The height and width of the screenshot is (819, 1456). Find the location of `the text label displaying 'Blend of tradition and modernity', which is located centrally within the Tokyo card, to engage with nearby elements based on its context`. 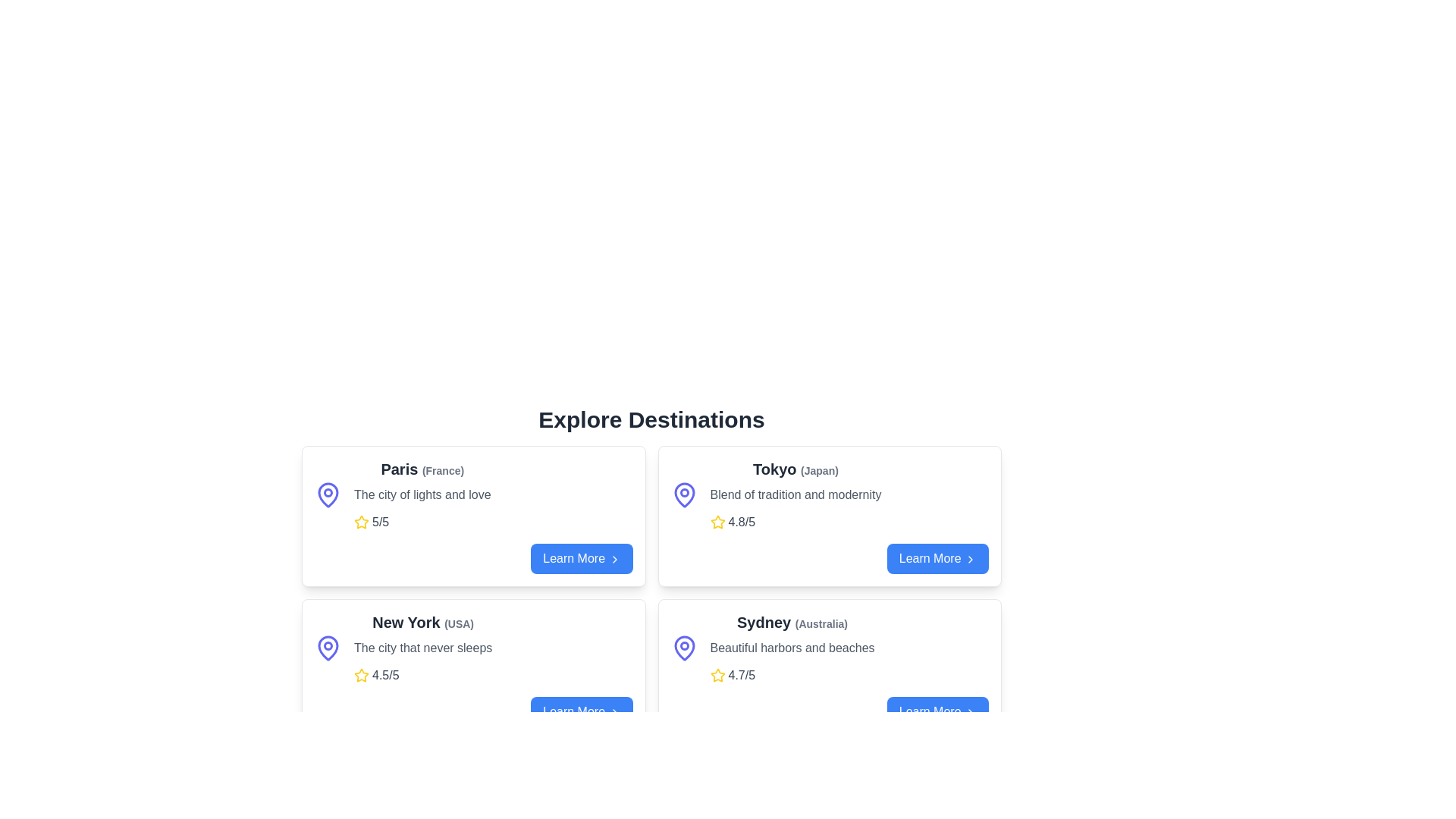

the text label displaying 'Blend of tradition and modernity', which is located centrally within the Tokyo card, to engage with nearby elements based on its context is located at coordinates (795, 494).